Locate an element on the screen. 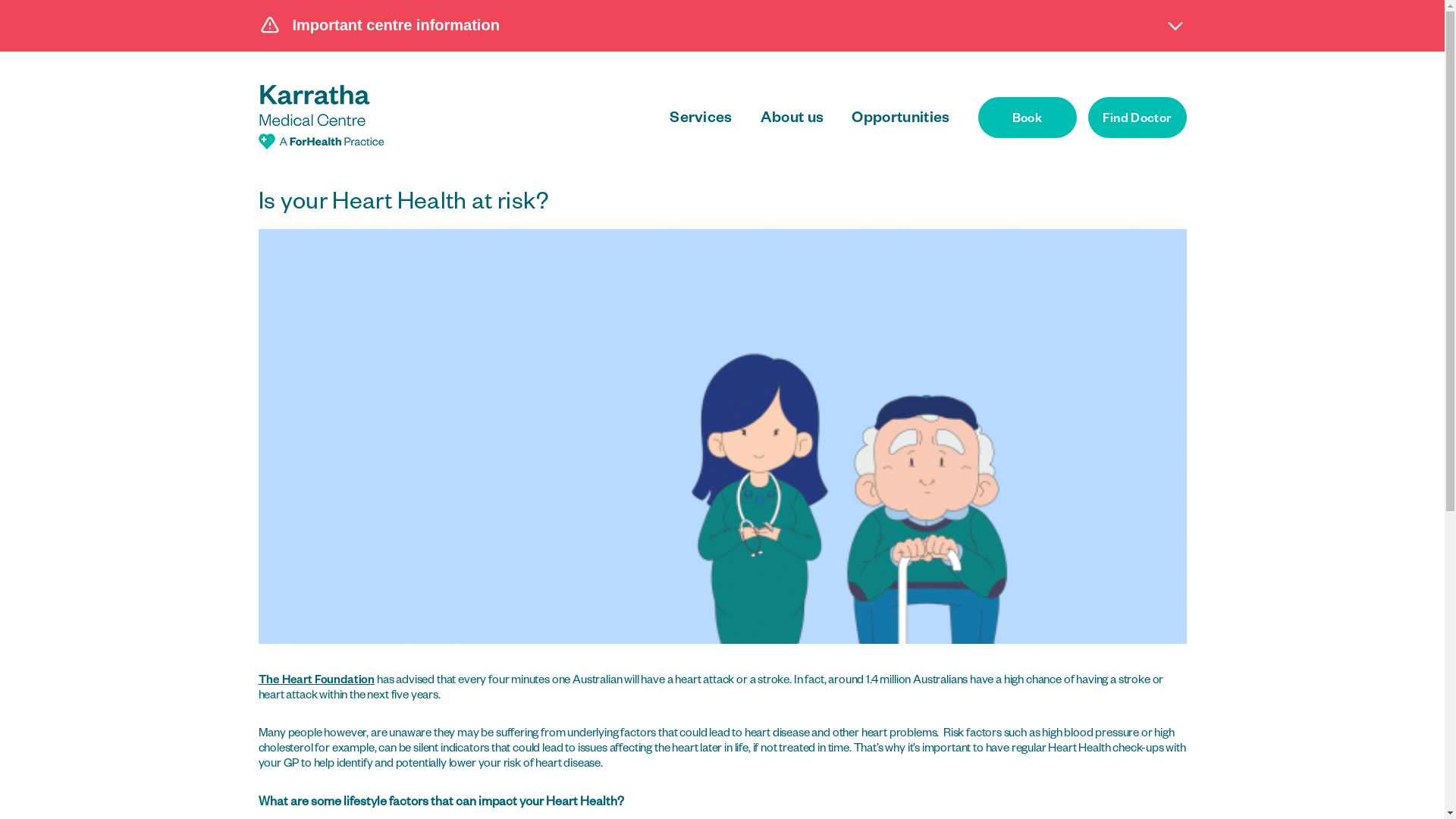  'Services' is located at coordinates (669, 119).